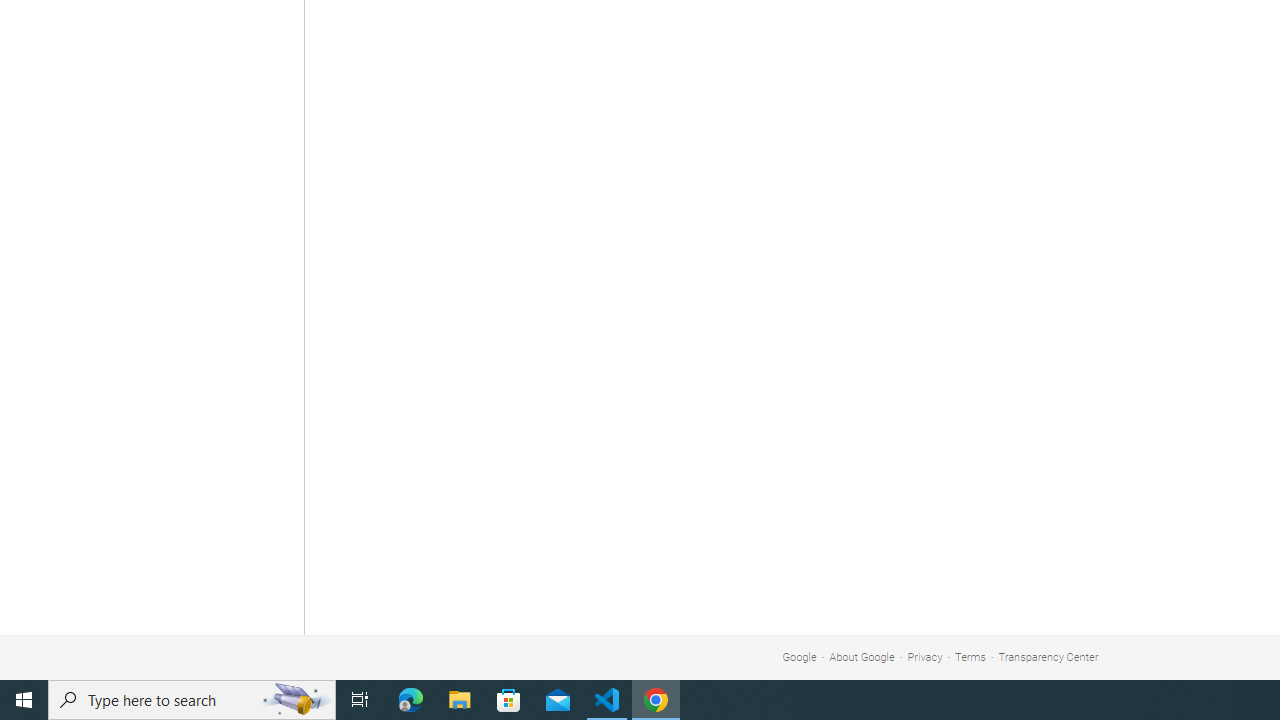 This screenshot has width=1280, height=720. Describe the element at coordinates (862, 657) in the screenshot. I see `'About Google'` at that location.